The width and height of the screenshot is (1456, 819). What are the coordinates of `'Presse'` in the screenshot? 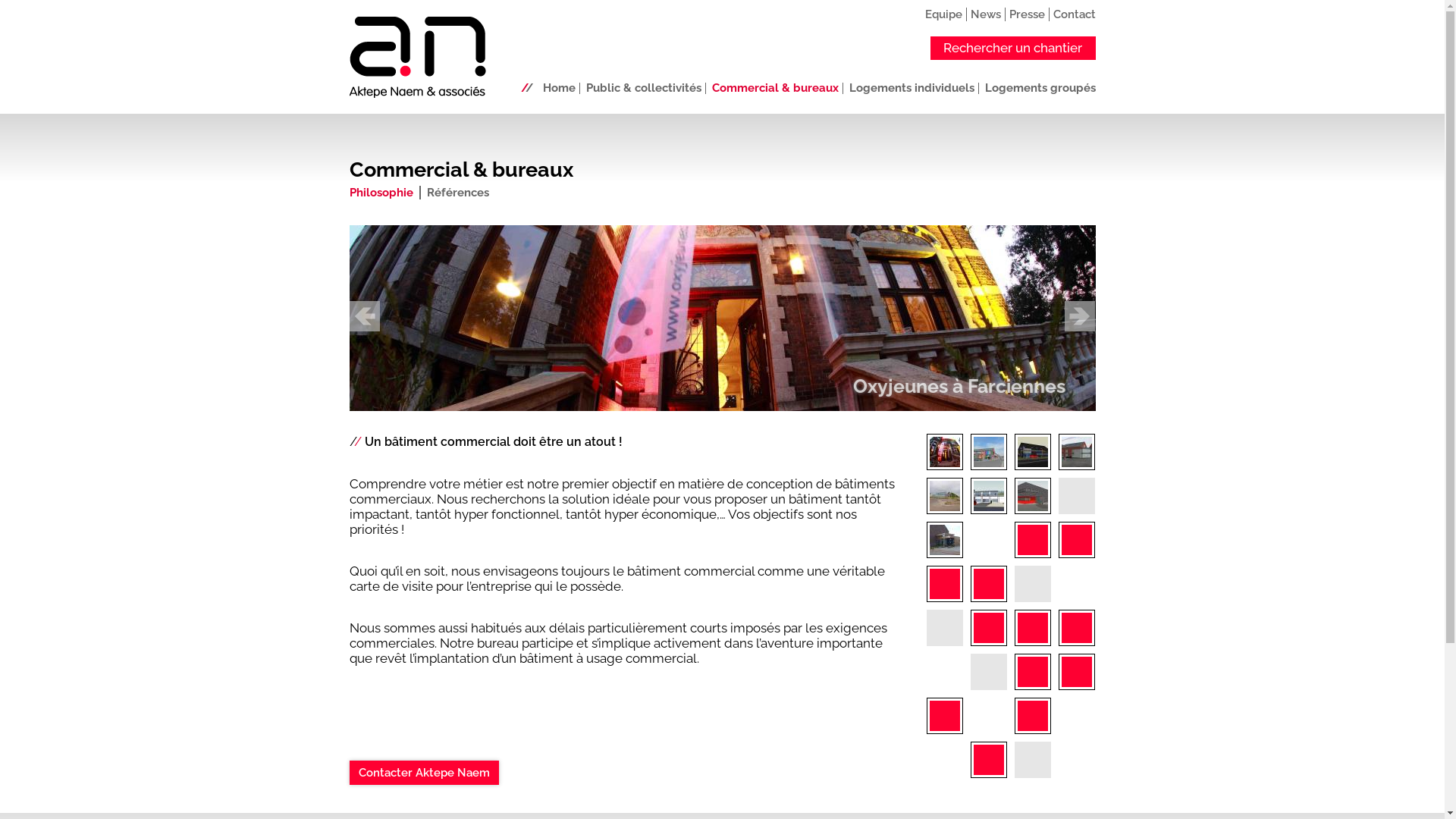 It's located at (1026, 14).